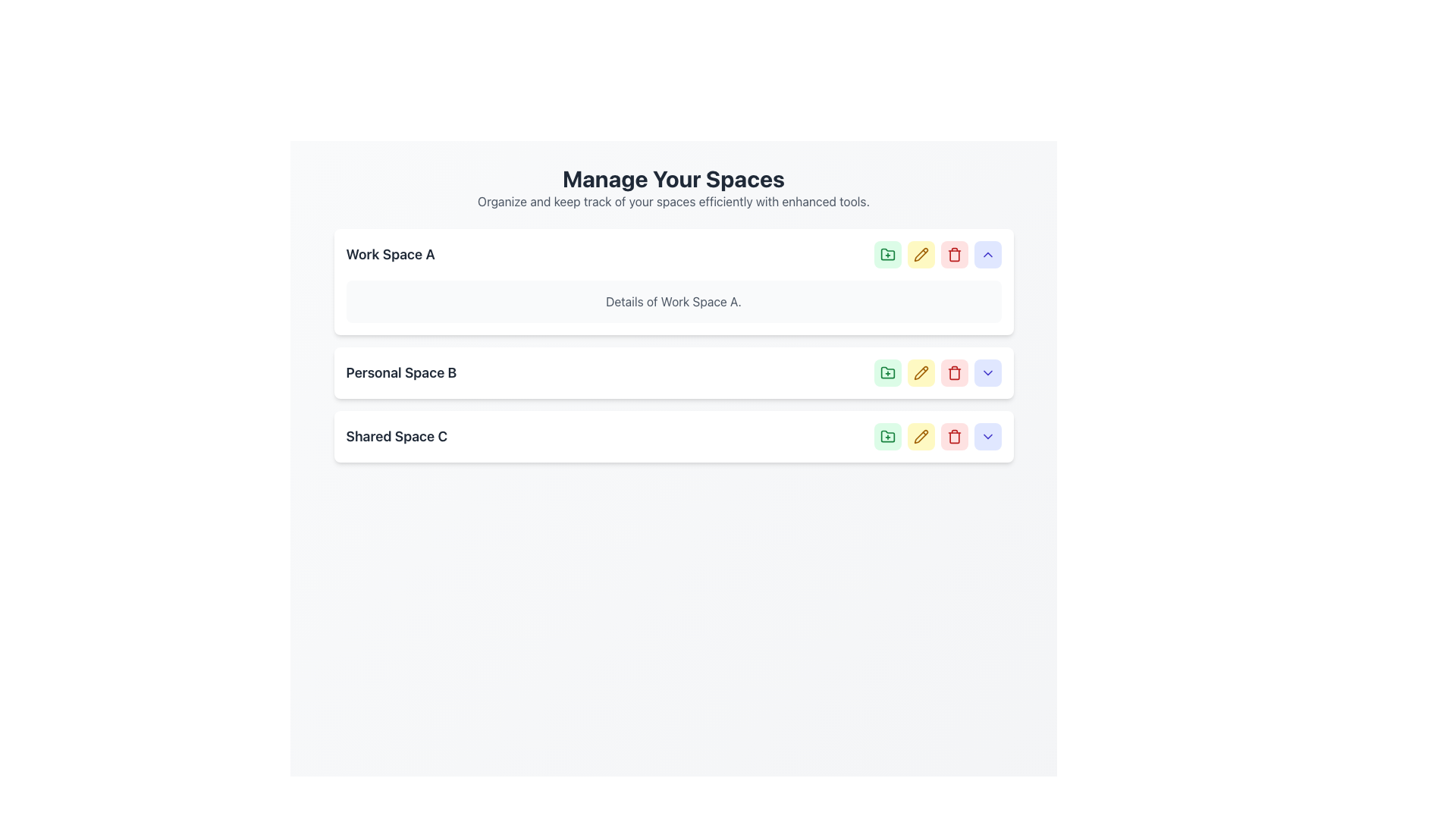 The image size is (1456, 819). What do you see at coordinates (920, 253) in the screenshot?
I see `the edit button located to the right of the 'Work Space A' section in the first row of action buttons` at bounding box center [920, 253].